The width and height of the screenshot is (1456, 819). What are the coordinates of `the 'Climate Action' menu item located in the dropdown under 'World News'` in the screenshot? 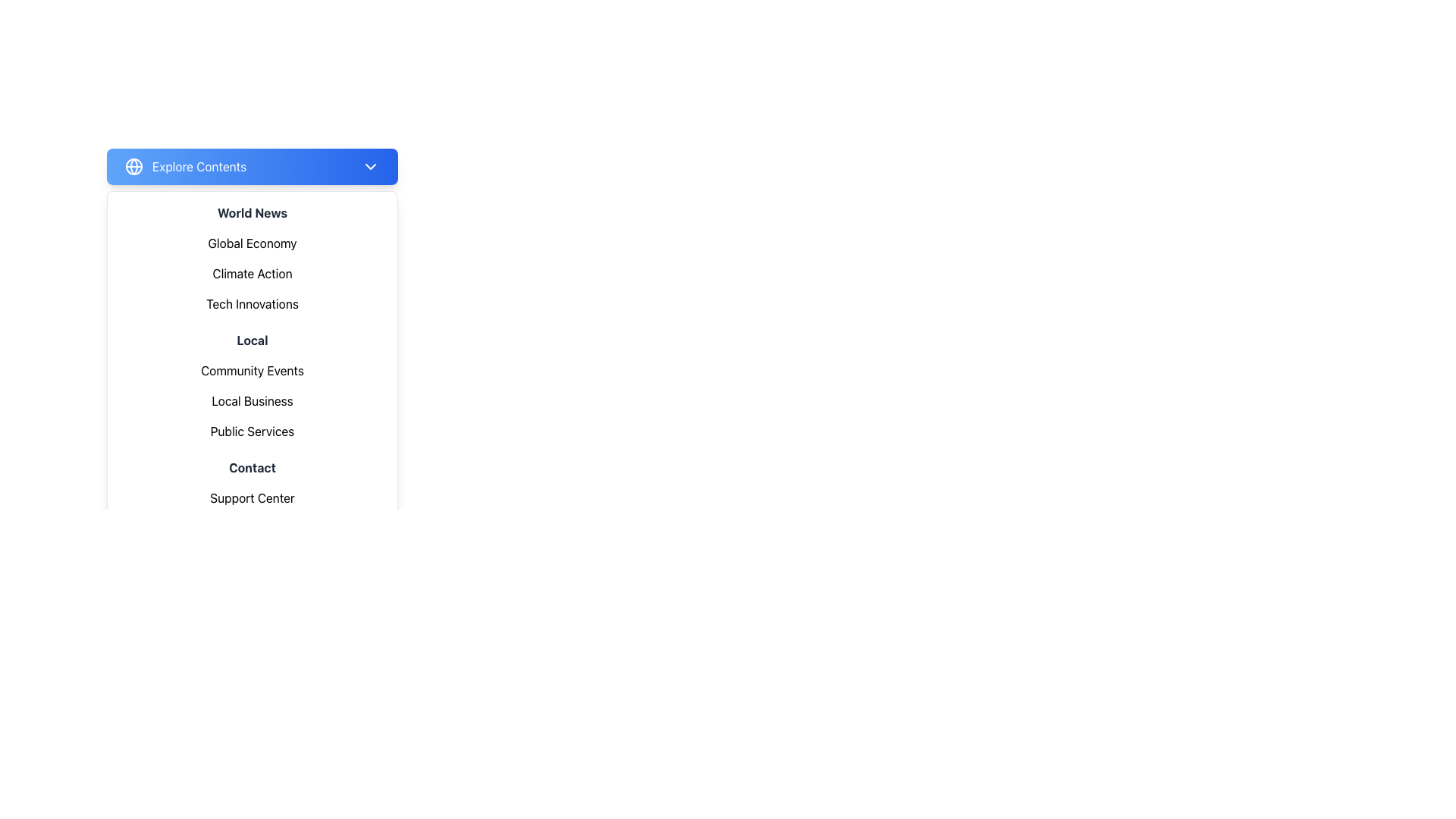 It's located at (252, 274).